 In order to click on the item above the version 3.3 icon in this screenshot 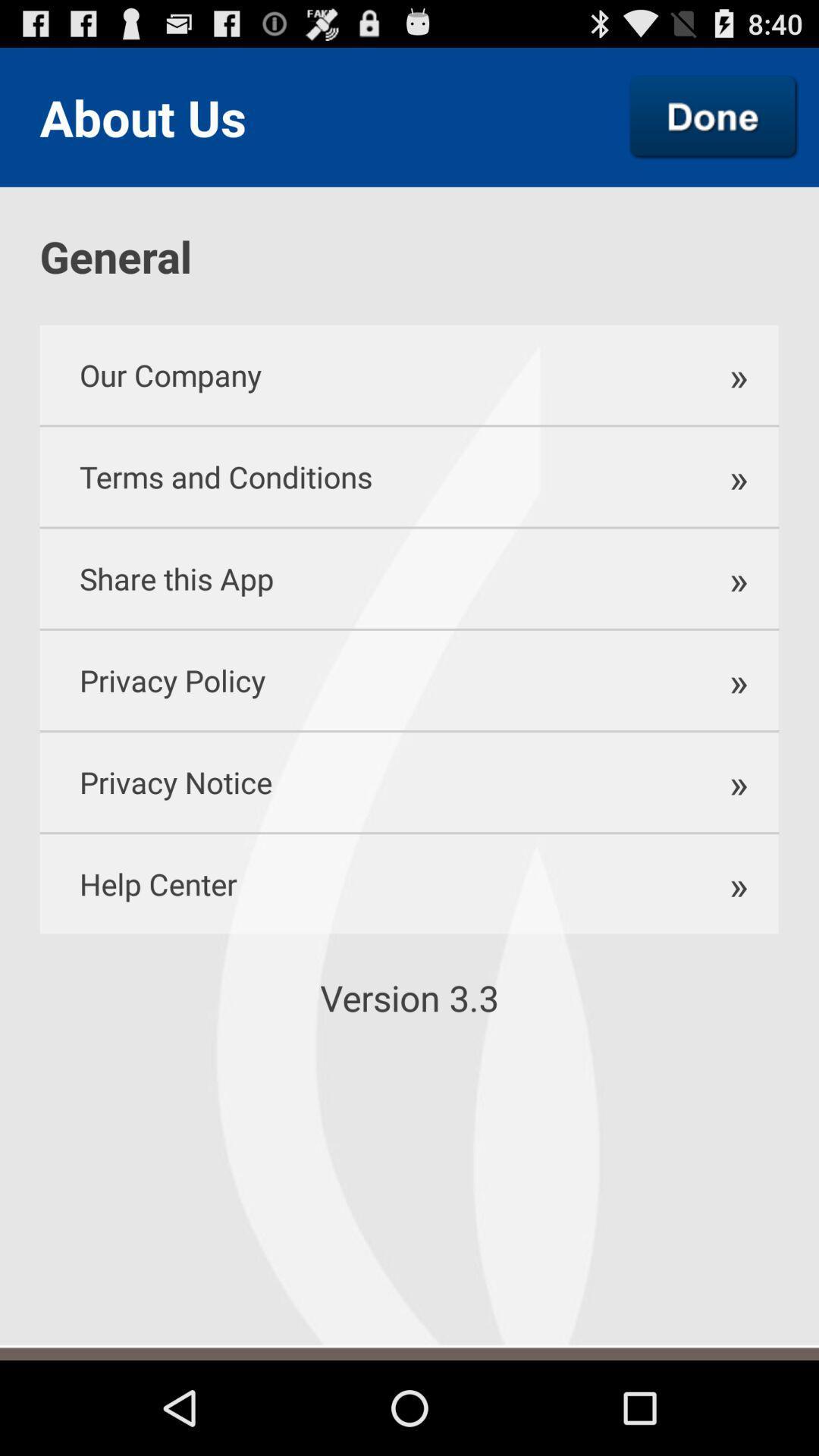, I will do `click(360, 883)`.